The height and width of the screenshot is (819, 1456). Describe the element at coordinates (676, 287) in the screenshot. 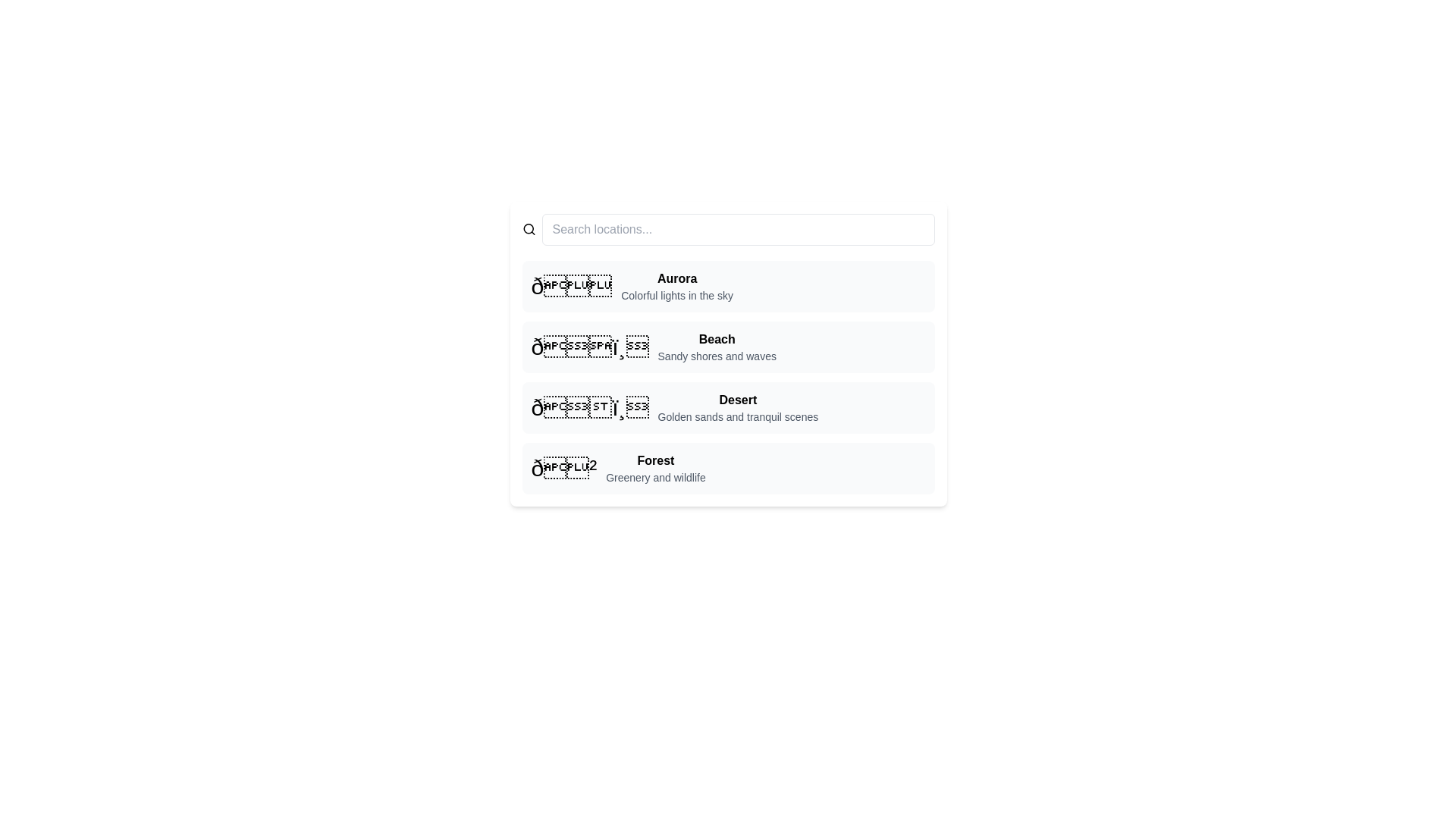

I see `the text block containing 'Aurora' and 'Colorful lights in the sky' within the first selectable card` at that location.